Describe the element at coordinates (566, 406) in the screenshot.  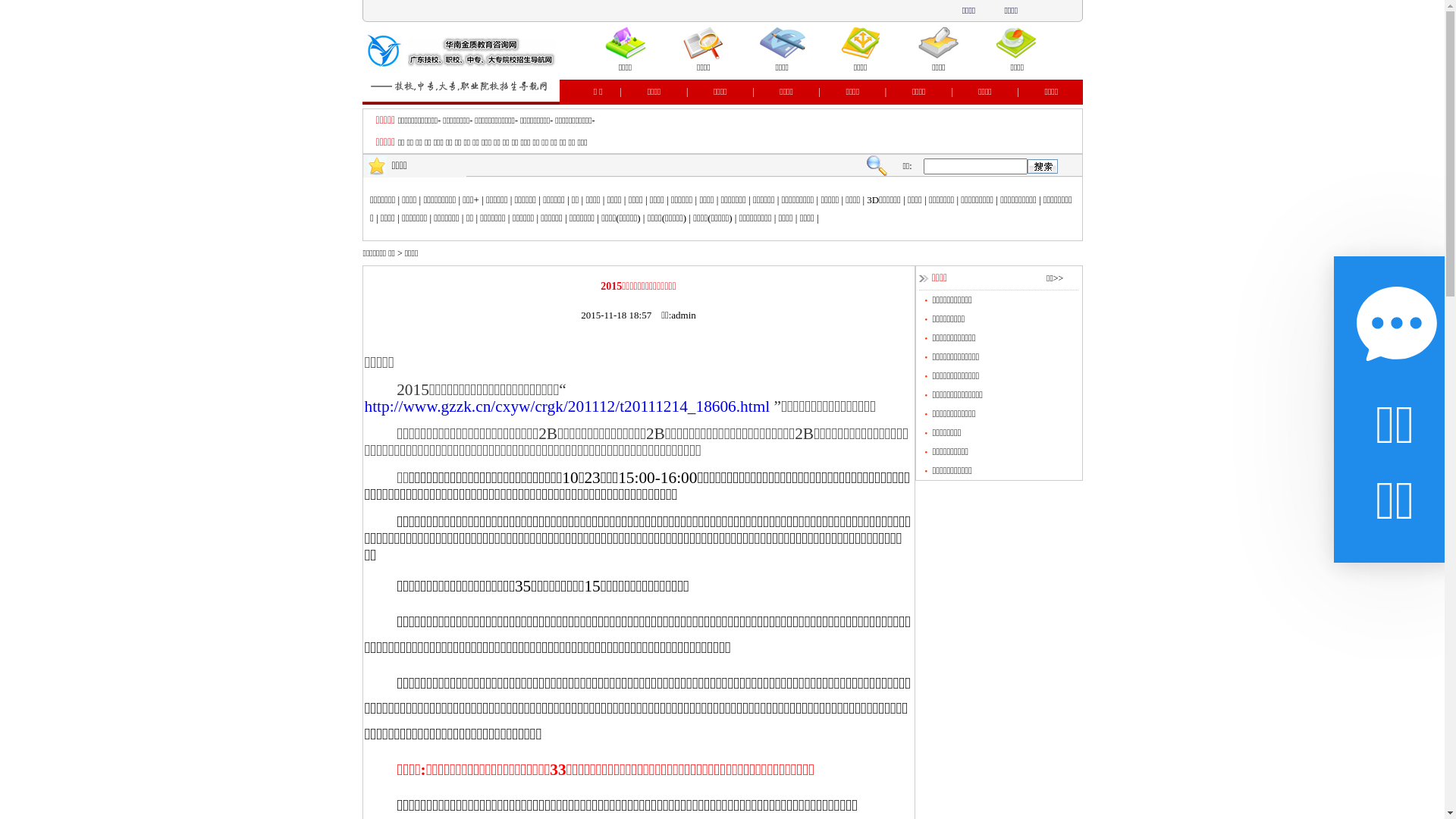
I see `'http://www.gzzk.cn/cxyw/crgk/201112/t20111214_18606.html'` at that location.